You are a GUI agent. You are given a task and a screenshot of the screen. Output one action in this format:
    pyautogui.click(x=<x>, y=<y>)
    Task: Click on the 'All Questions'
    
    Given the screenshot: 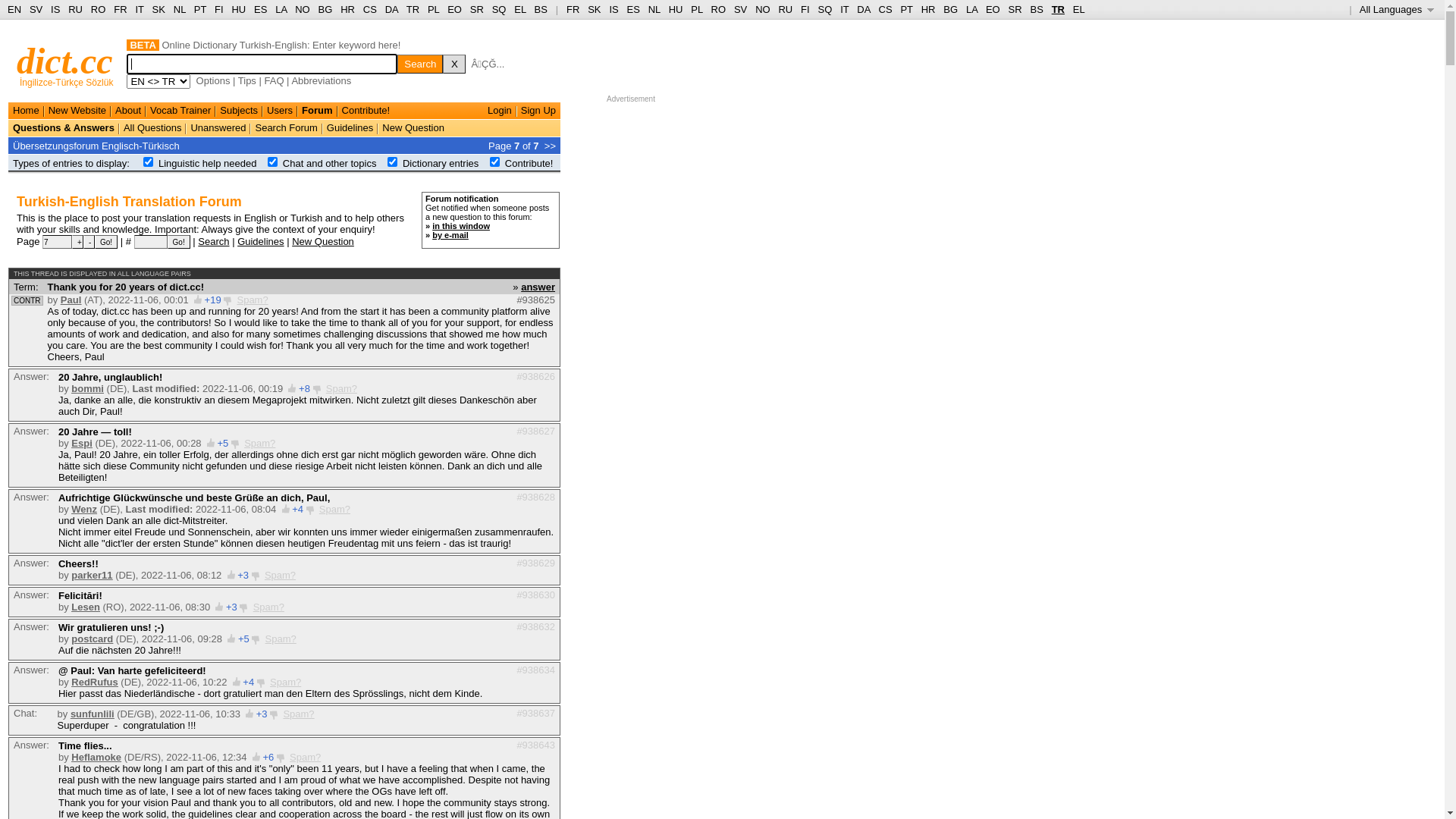 What is the action you would take?
    pyautogui.click(x=152, y=127)
    